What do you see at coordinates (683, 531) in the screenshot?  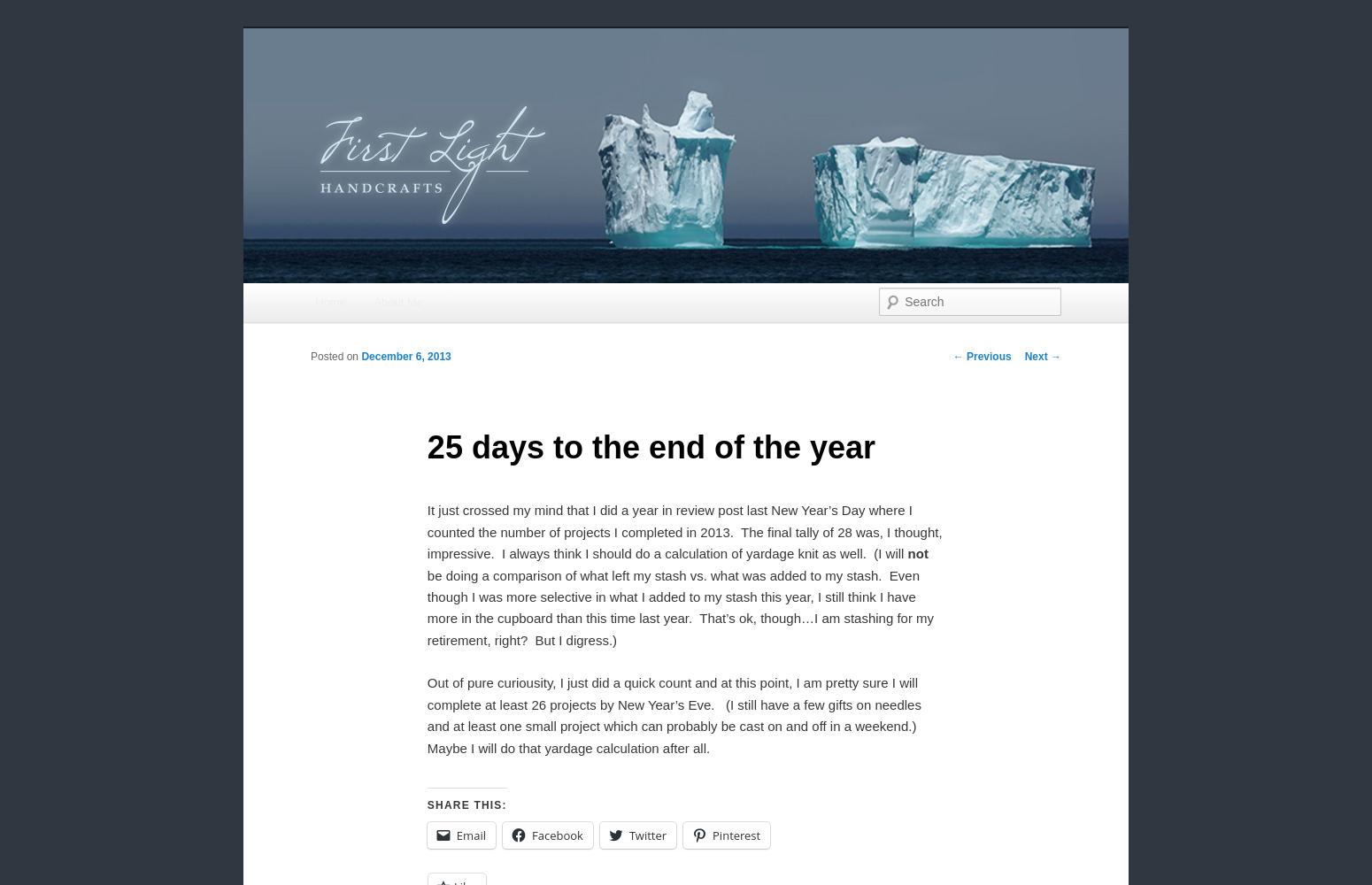 I see `'It just crossed my mind that I did a year in review post last New Year’s Day where I counted the number of projects I completed in 2013.  The final tally of 28 was, I thought, impressive.  I always think I should do a calculation of yardage knit as well.  (I will'` at bounding box center [683, 531].